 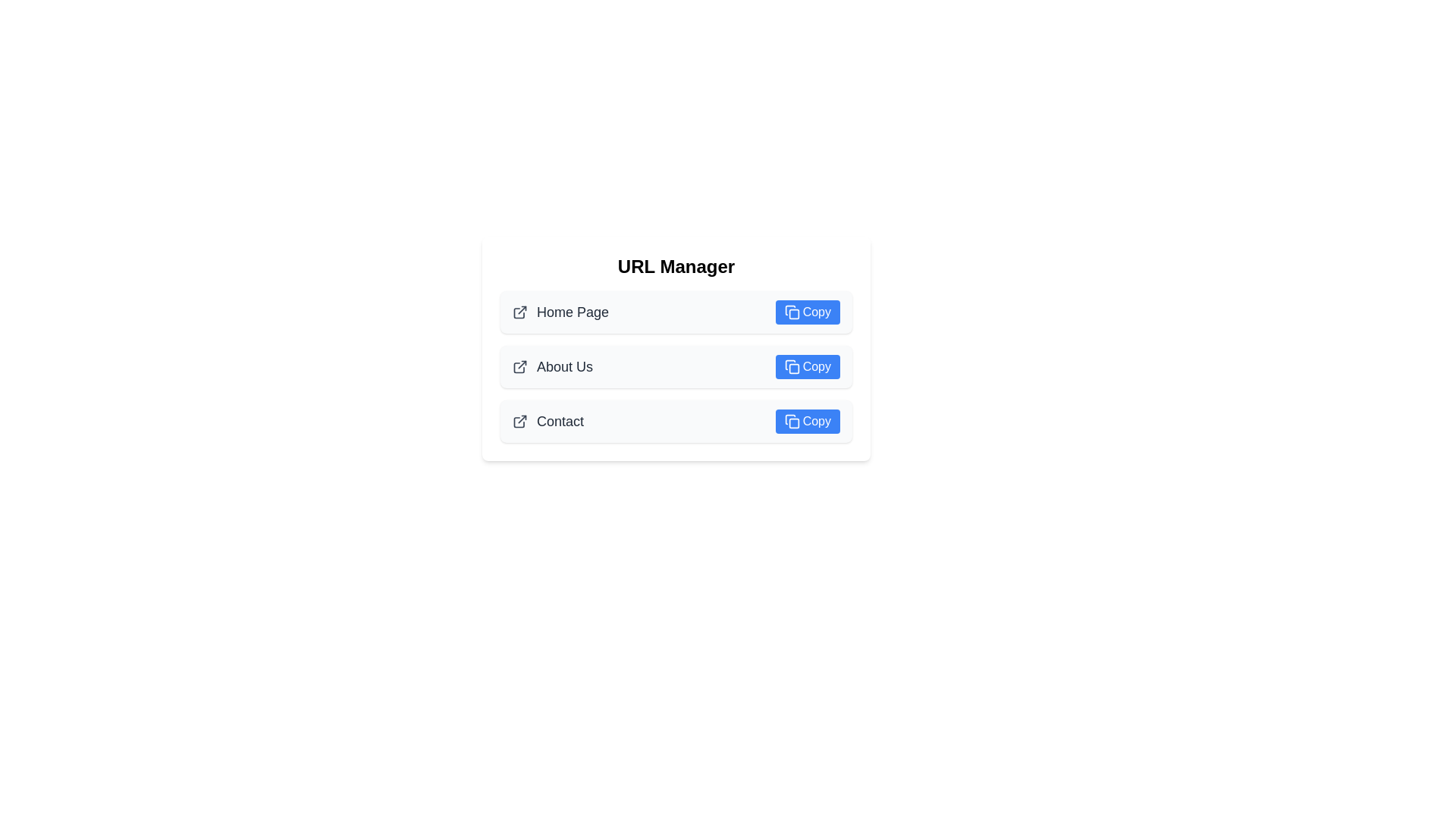 What do you see at coordinates (520, 366) in the screenshot?
I see `the external link icon located to the left of the 'About Us' text under the 'URL Manager' heading` at bounding box center [520, 366].